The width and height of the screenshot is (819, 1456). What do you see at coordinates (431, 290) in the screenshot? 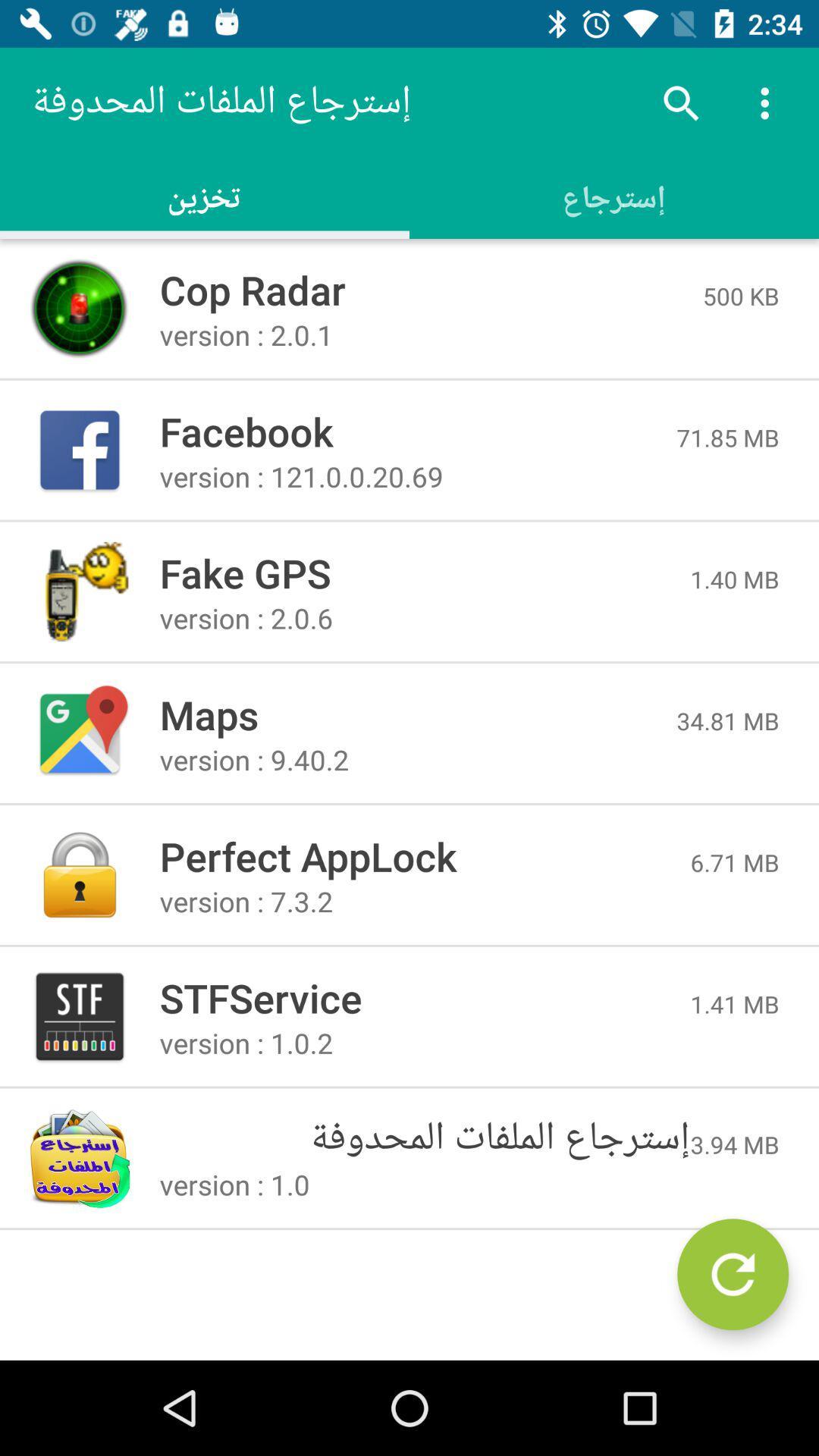
I see `the icon to the left of the 500 kb icon` at bounding box center [431, 290].